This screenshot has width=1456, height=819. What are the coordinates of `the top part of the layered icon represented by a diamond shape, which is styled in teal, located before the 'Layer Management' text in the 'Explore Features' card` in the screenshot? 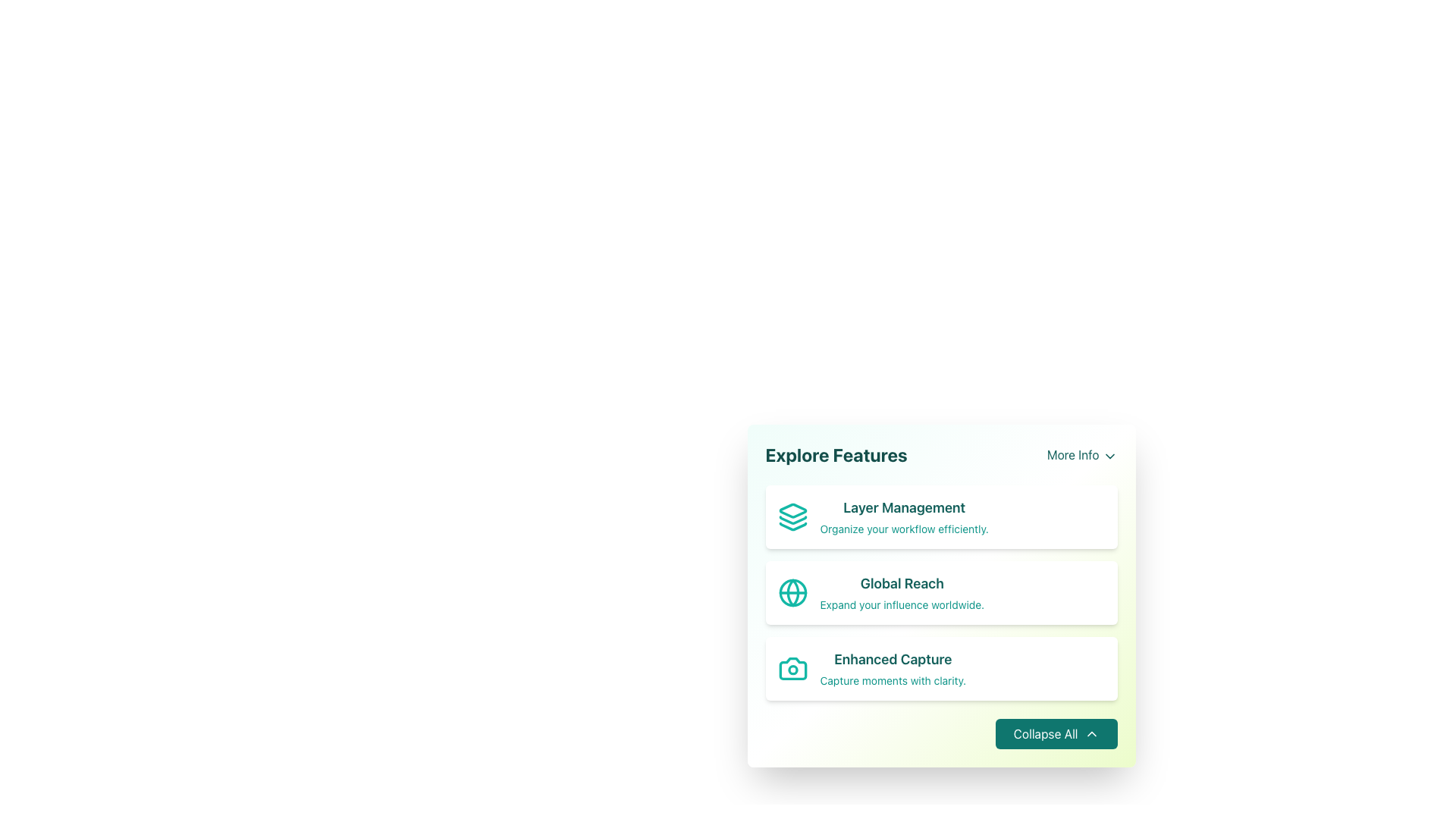 It's located at (792, 510).